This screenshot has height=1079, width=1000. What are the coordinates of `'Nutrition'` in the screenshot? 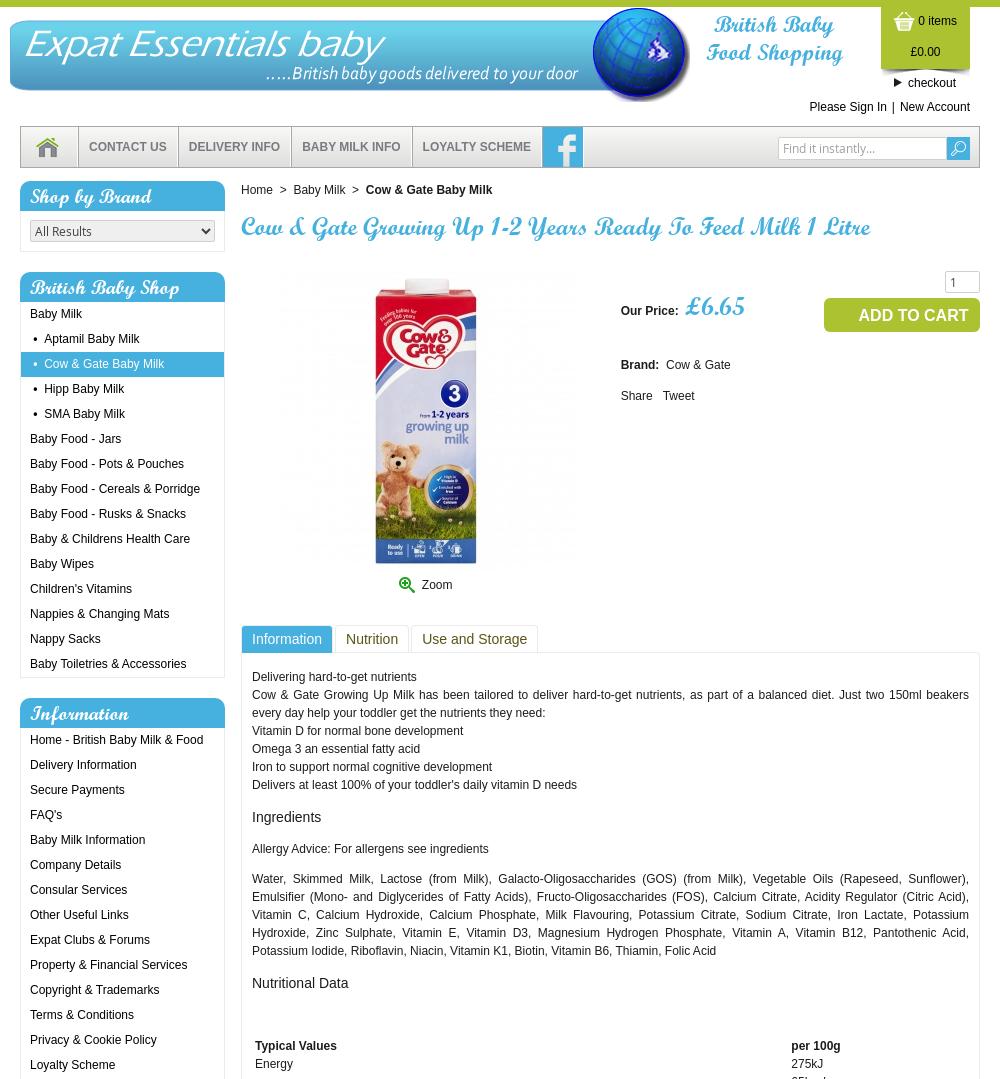 It's located at (371, 637).